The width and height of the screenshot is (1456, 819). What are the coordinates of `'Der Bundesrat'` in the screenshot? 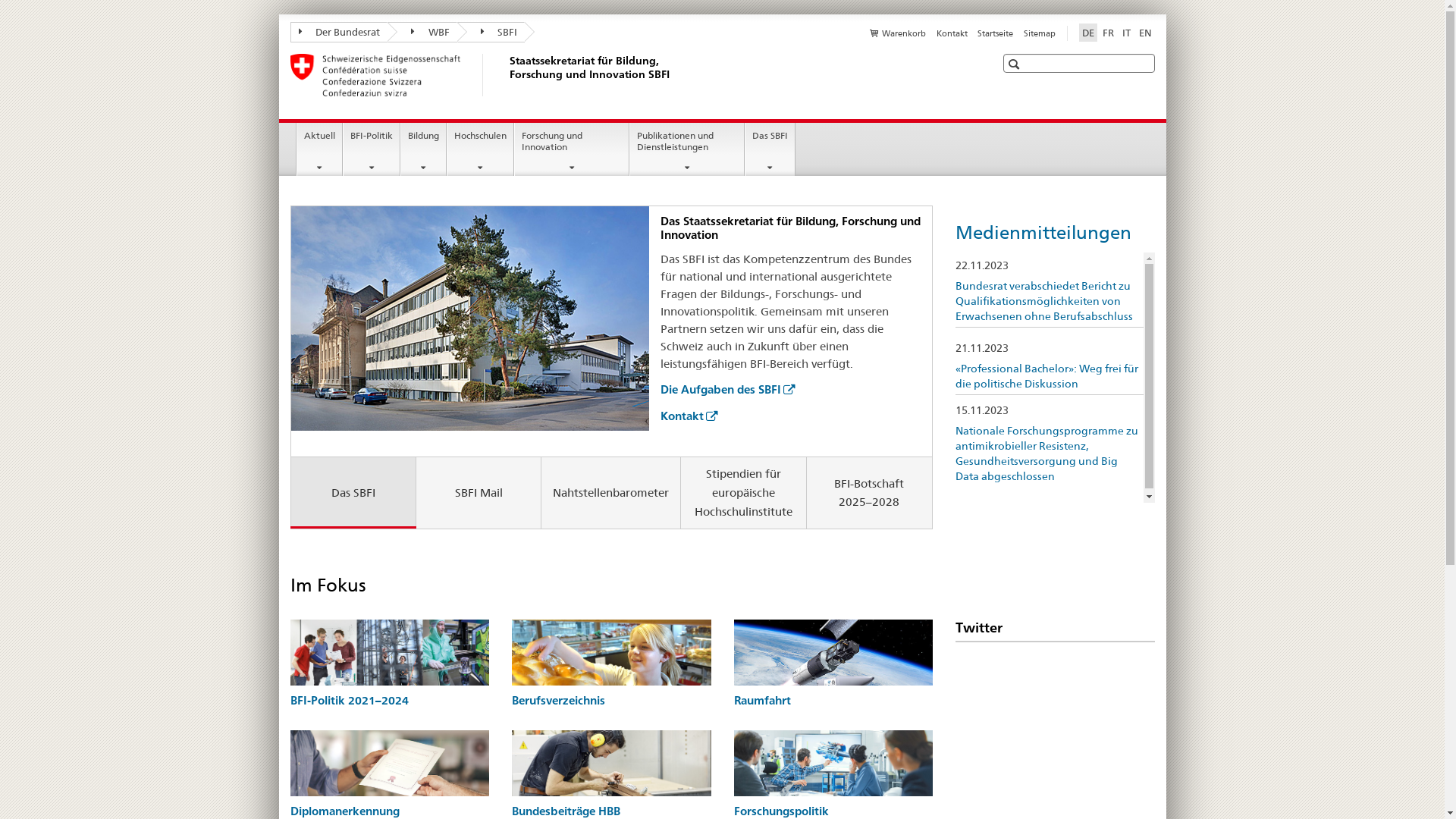 It's located at (290, 32).